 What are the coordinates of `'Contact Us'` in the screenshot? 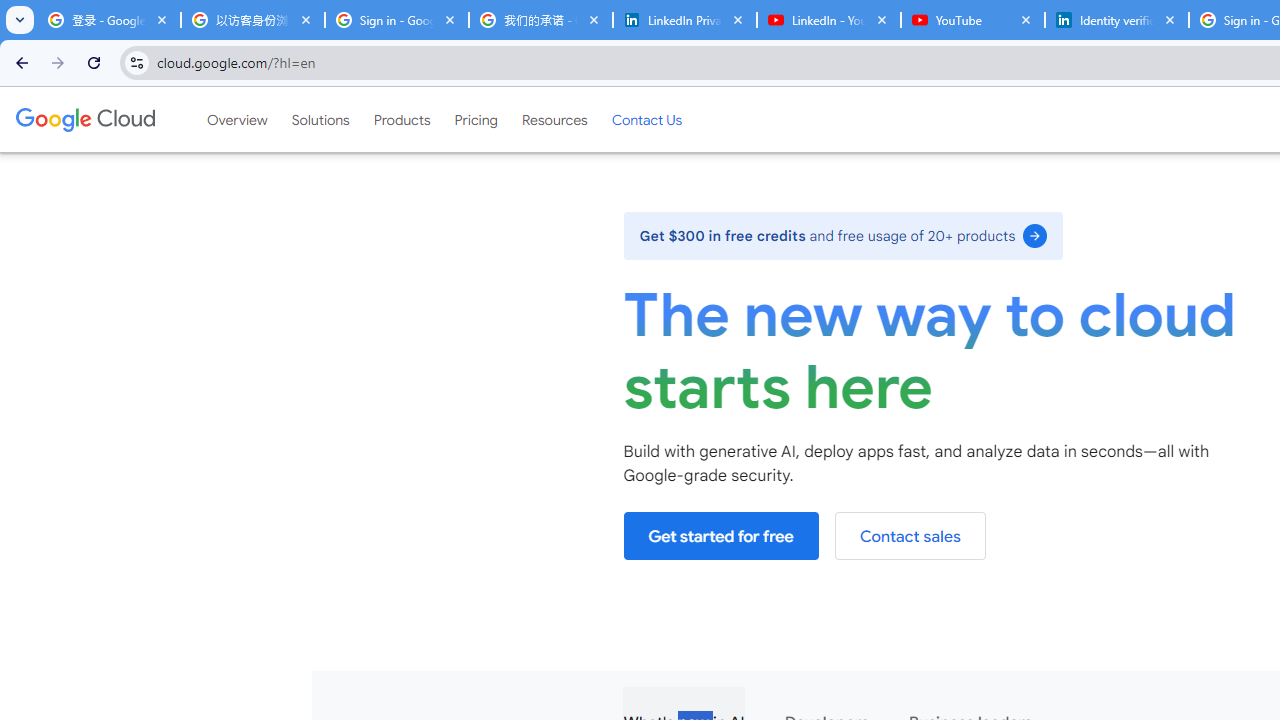 It's located at (647, 119).